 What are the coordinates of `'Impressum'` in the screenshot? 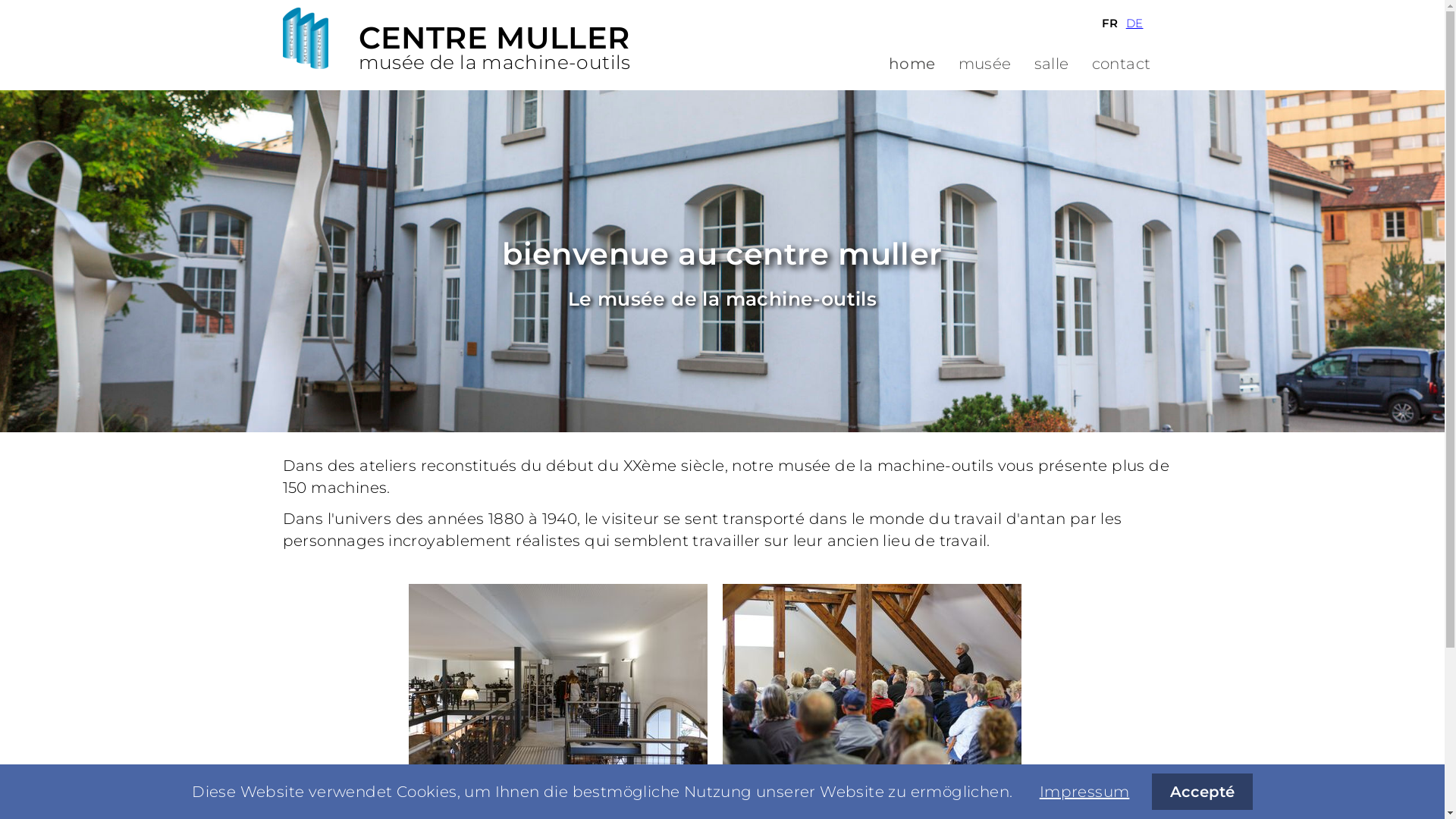 It's located at (1084, 791).